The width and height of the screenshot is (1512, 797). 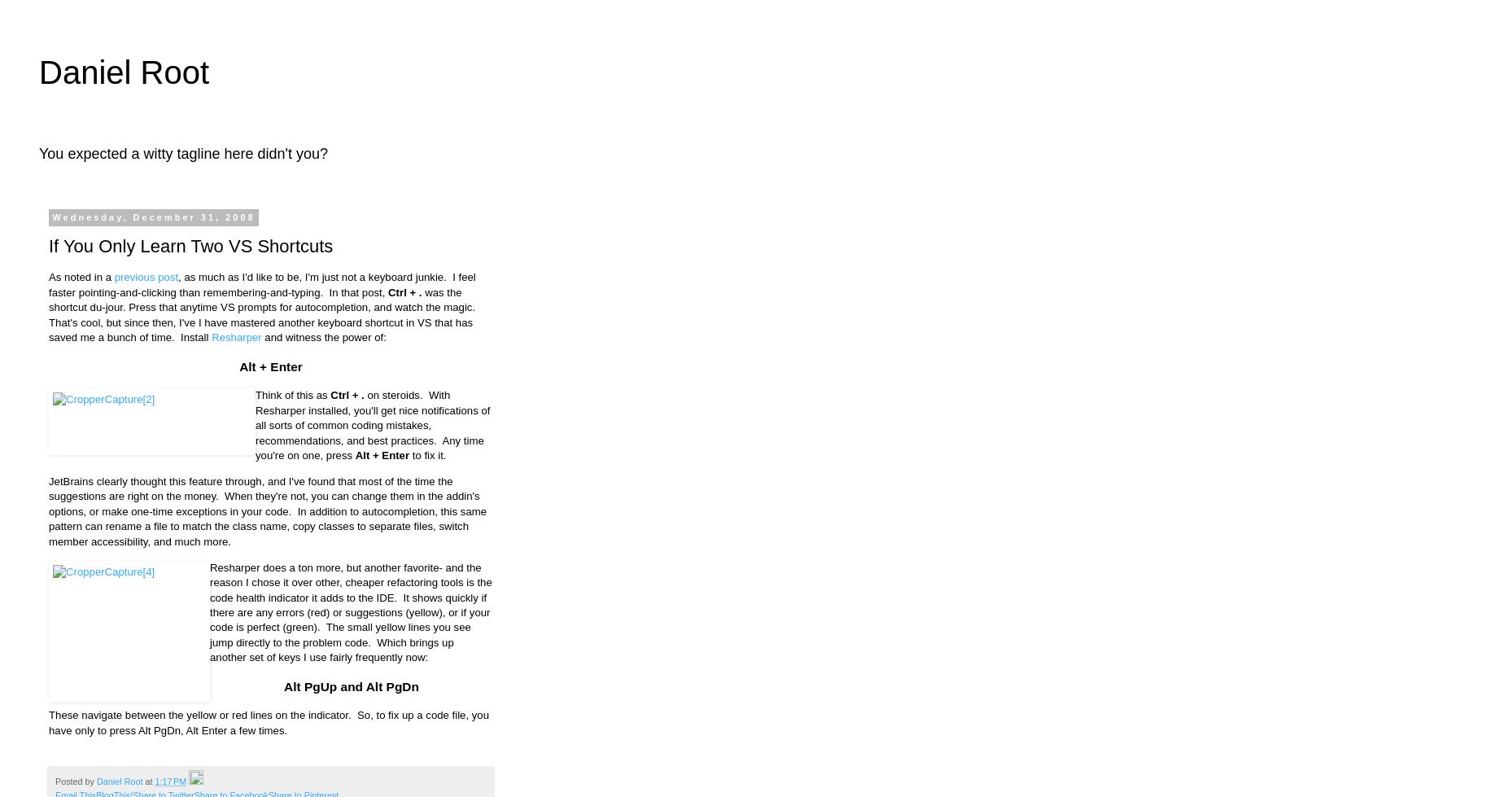 What do you see at coordinates (283, 685) in the screenshot?
I see `'Alt PgUp and Alt PgDn'` at bounding box center [283, 685].